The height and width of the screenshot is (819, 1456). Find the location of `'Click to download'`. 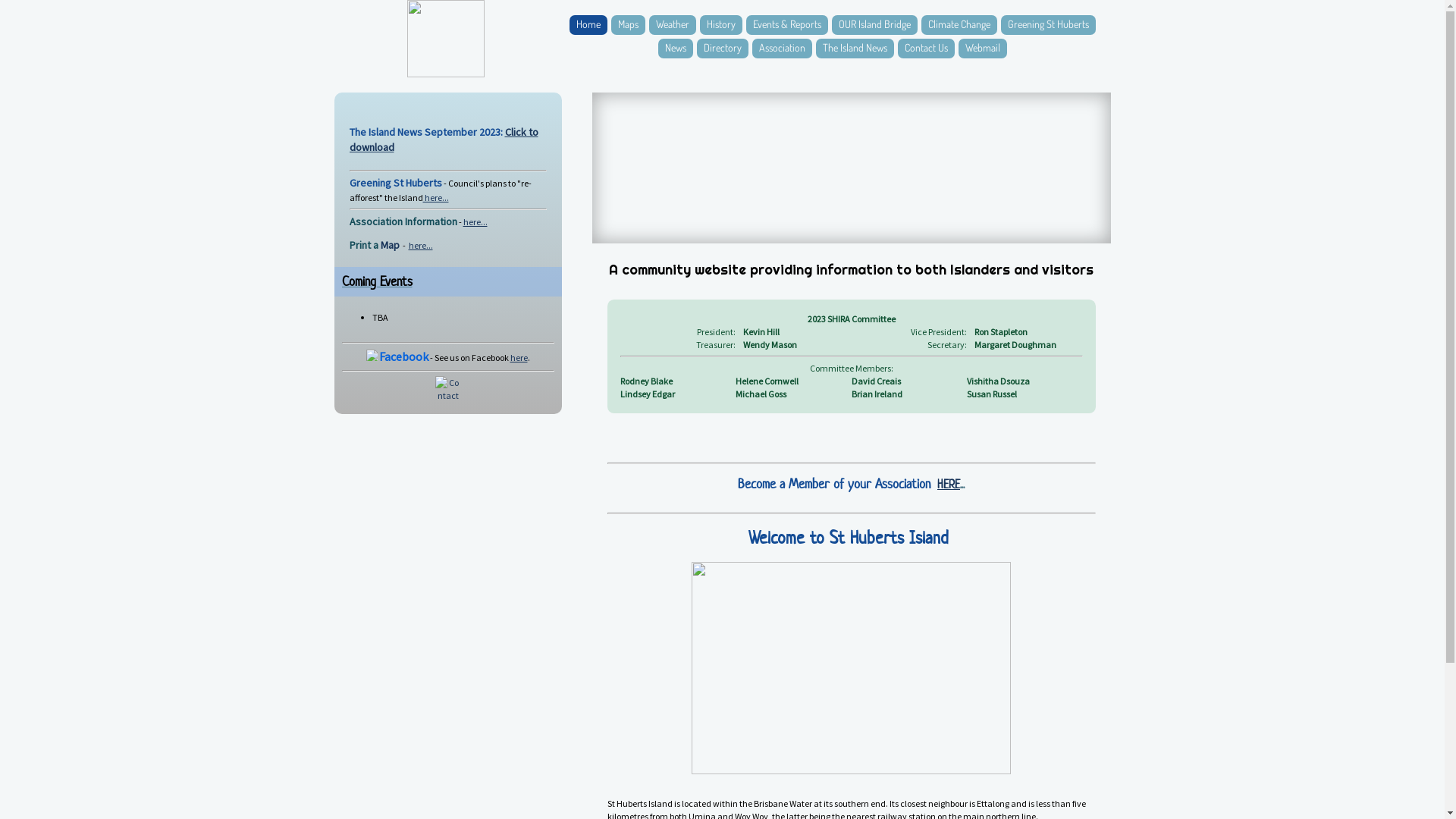

'Click to download' is located at coordinates (348, 140).